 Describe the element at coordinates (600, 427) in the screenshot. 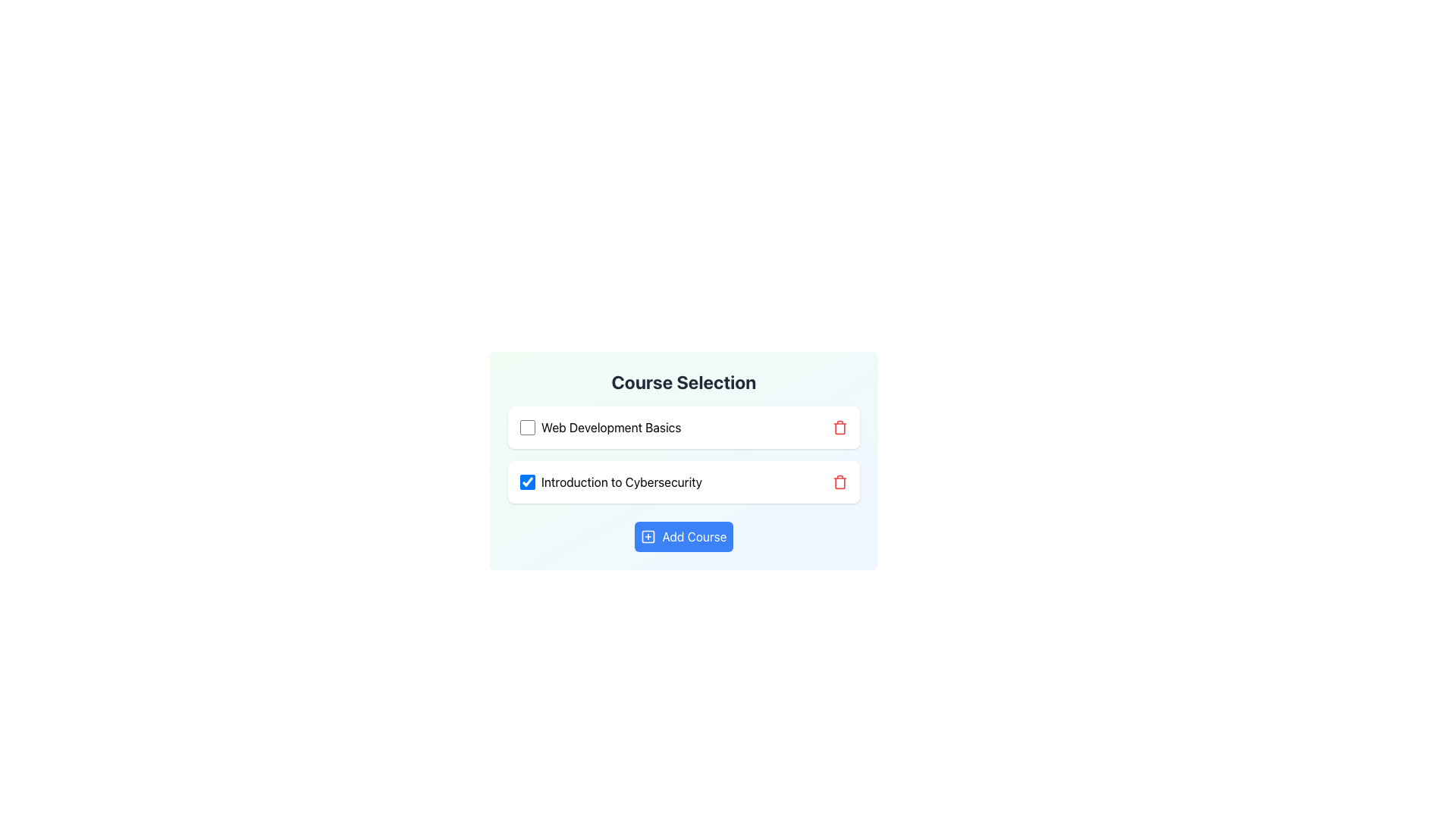

I see `the 'Web Development Basics' checkbox` at that location.